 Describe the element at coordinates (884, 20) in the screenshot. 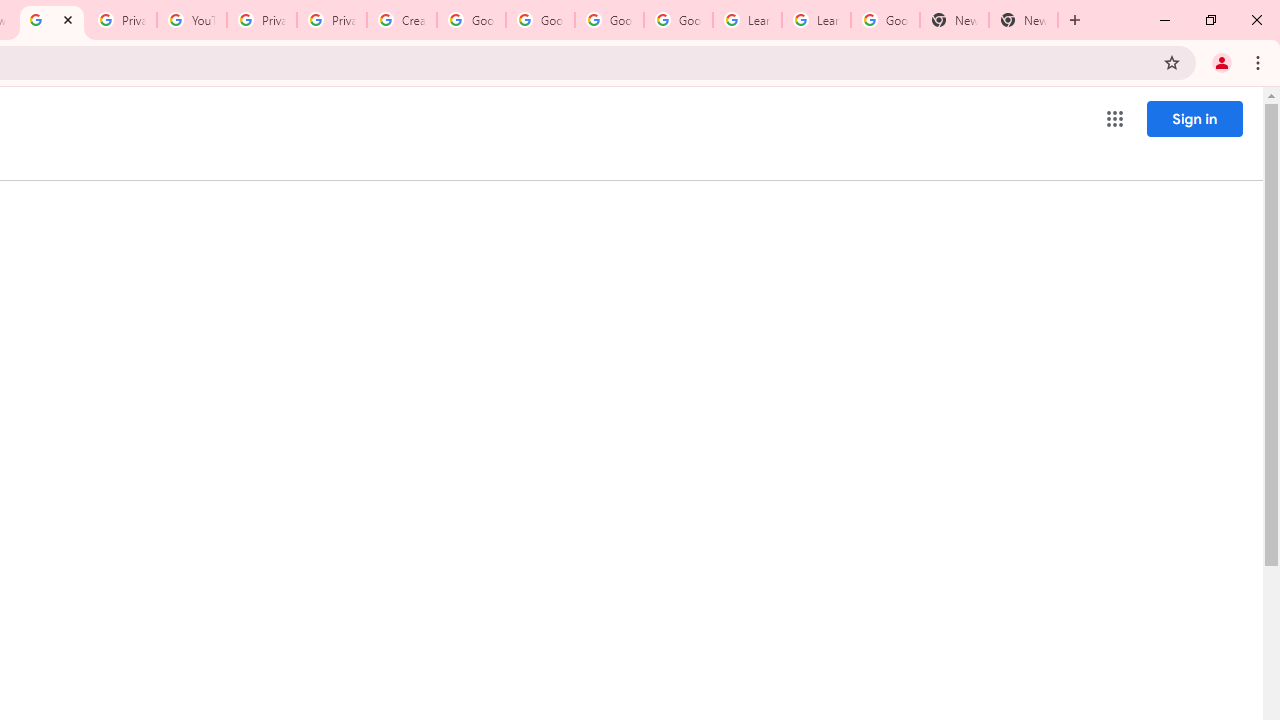

I see `'Google Account'` at that location.